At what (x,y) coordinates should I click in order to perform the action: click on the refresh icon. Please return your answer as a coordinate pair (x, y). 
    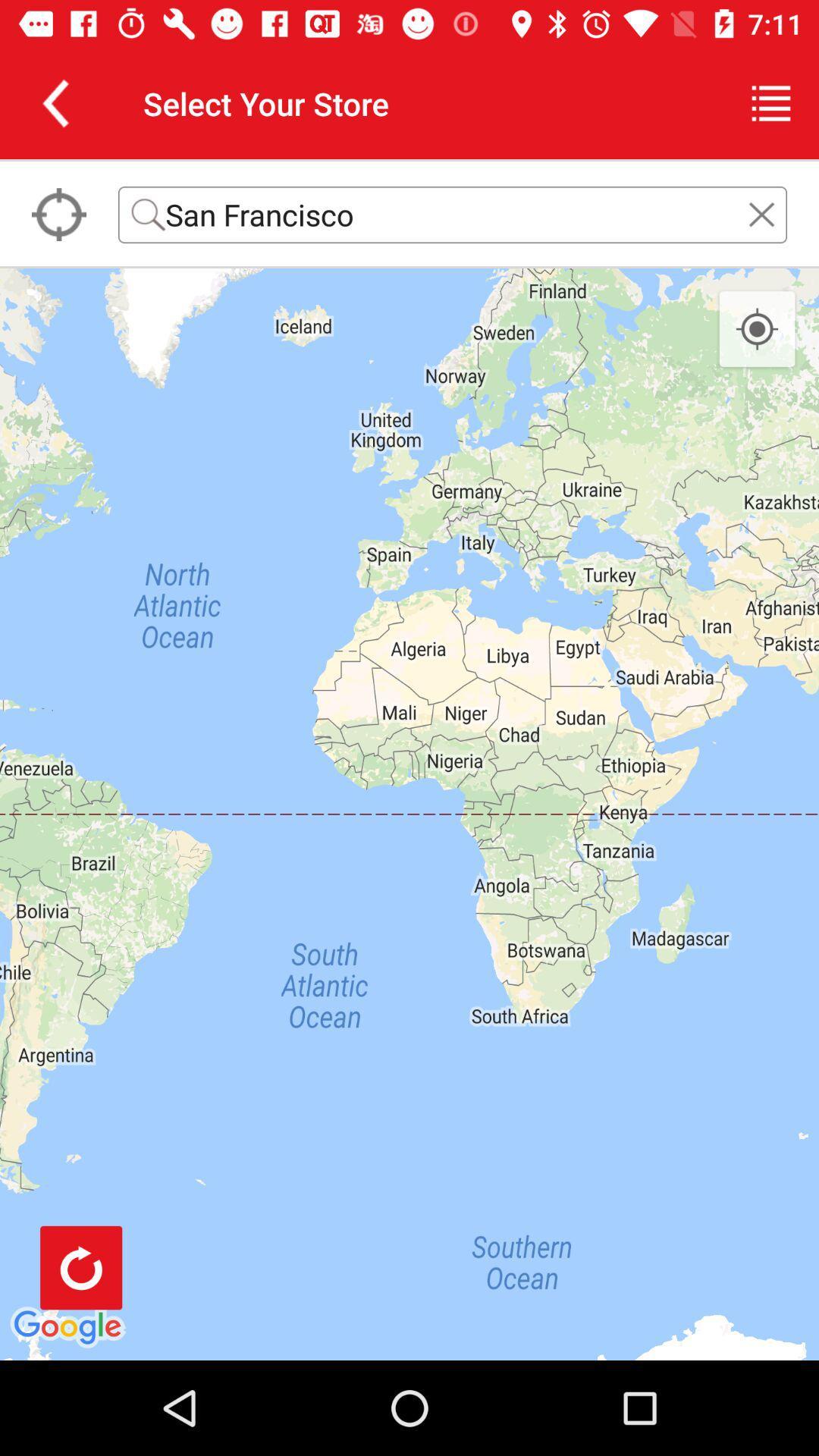
    Looking at the image, I should click on (81, 1267).